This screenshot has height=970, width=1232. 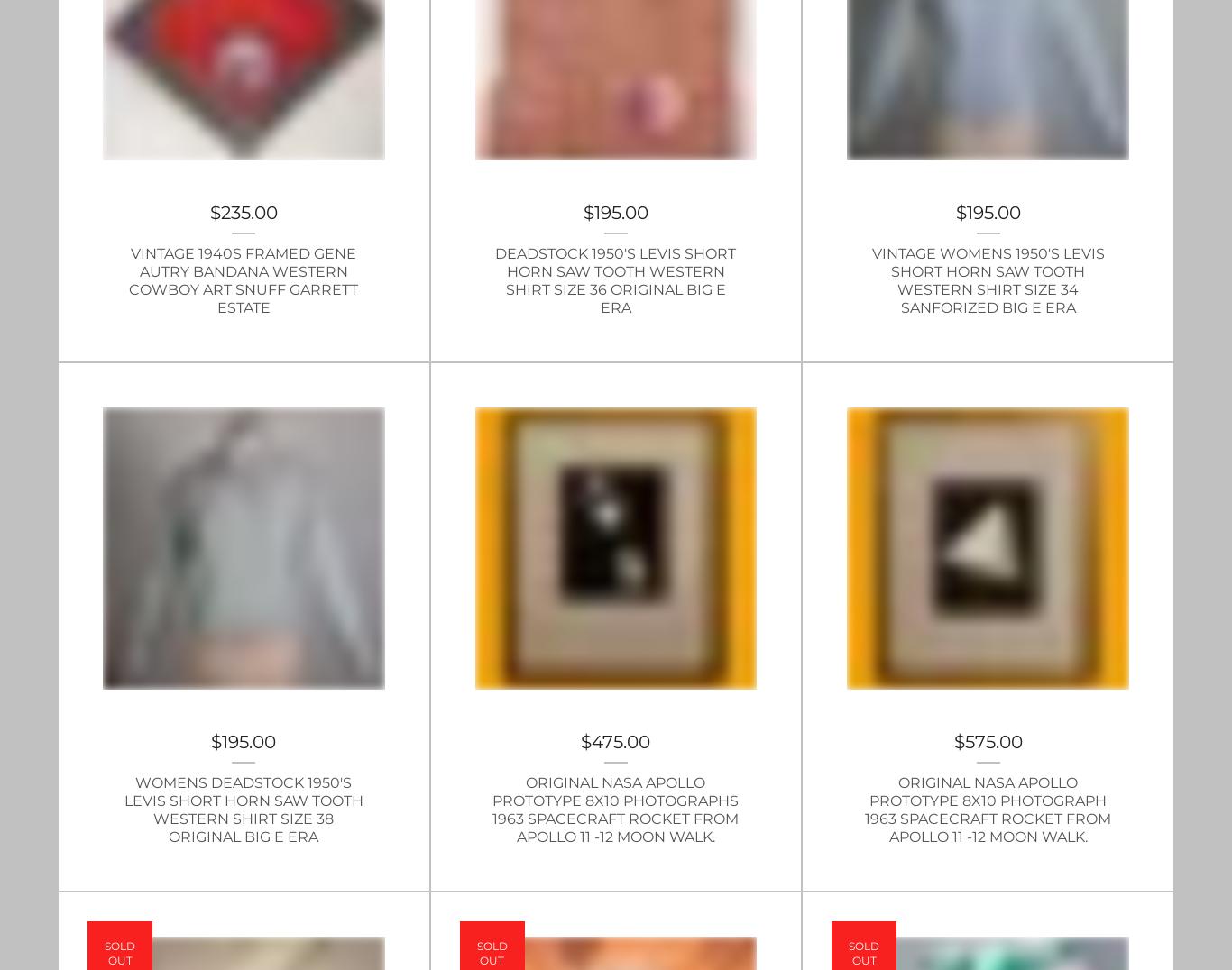 What do you see at coordinates (243, 809) in the screenshot?
I see `'Womens Deadstock 1950's LEVIS Short Horn Saw Tooth Western Shirt Size 38 Original Big E Era'` at bounding box center [243, 809].